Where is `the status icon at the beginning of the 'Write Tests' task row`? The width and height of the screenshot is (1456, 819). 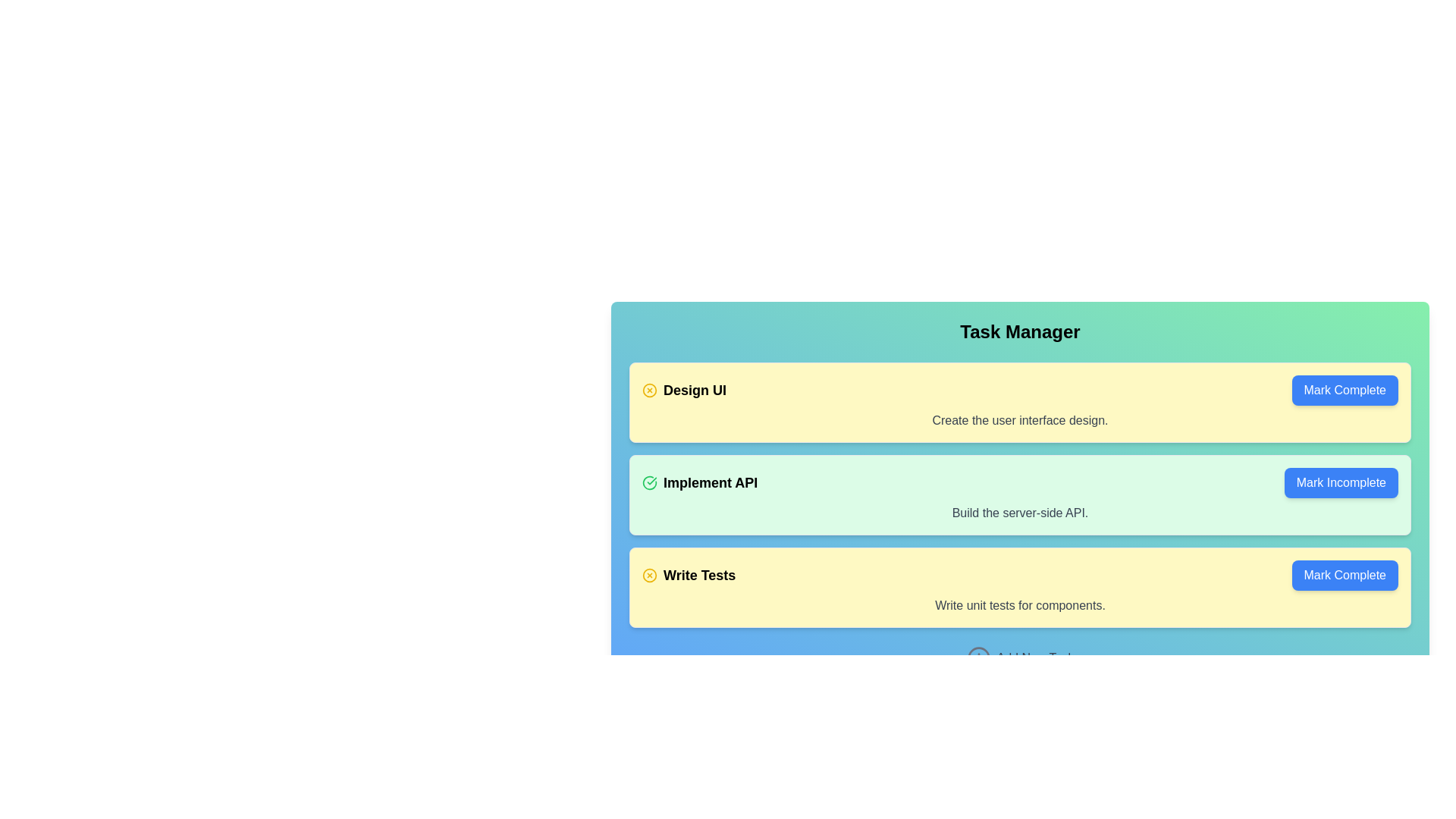
the status icon at the beginning of the 'Write Tests' task row is located at coordinates (650, 576).